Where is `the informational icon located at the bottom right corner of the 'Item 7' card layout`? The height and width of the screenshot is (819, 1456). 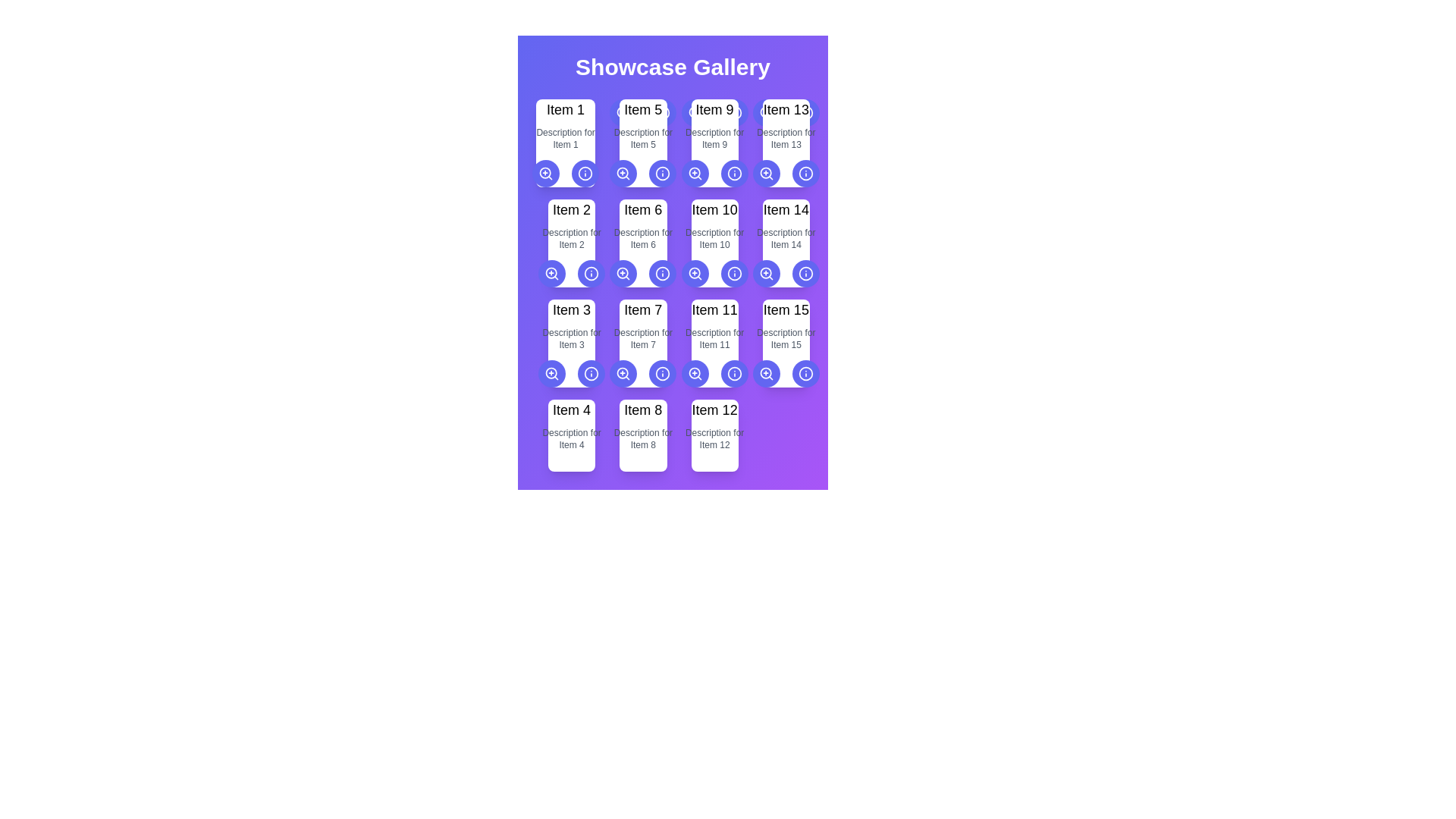 the informational icon located at the bottom right corner of the 'Item 7' card layout is located at coordinates (663, 374).